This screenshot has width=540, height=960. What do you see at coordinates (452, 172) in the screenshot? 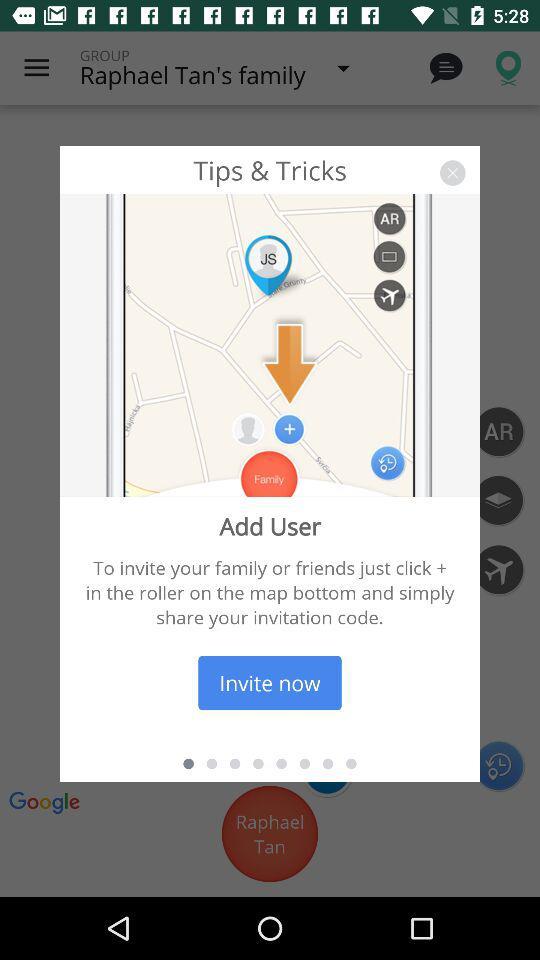
I see `close` at bounding box center [452, 172].